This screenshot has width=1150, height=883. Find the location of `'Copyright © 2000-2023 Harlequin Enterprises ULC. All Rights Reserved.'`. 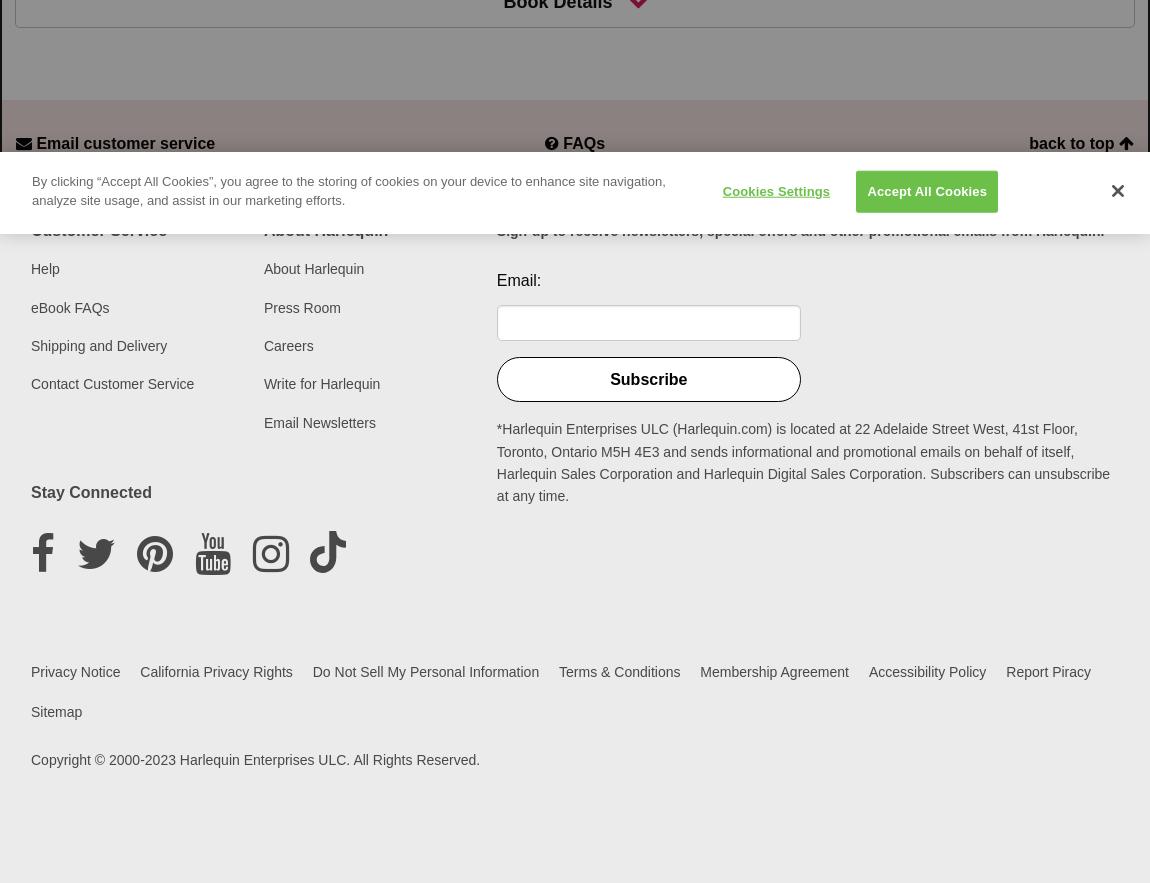

'Copyright © 2000-2023 Harlequin Enterprises ULC. All Rights Reserved.' is located at coordinates (254, 759).